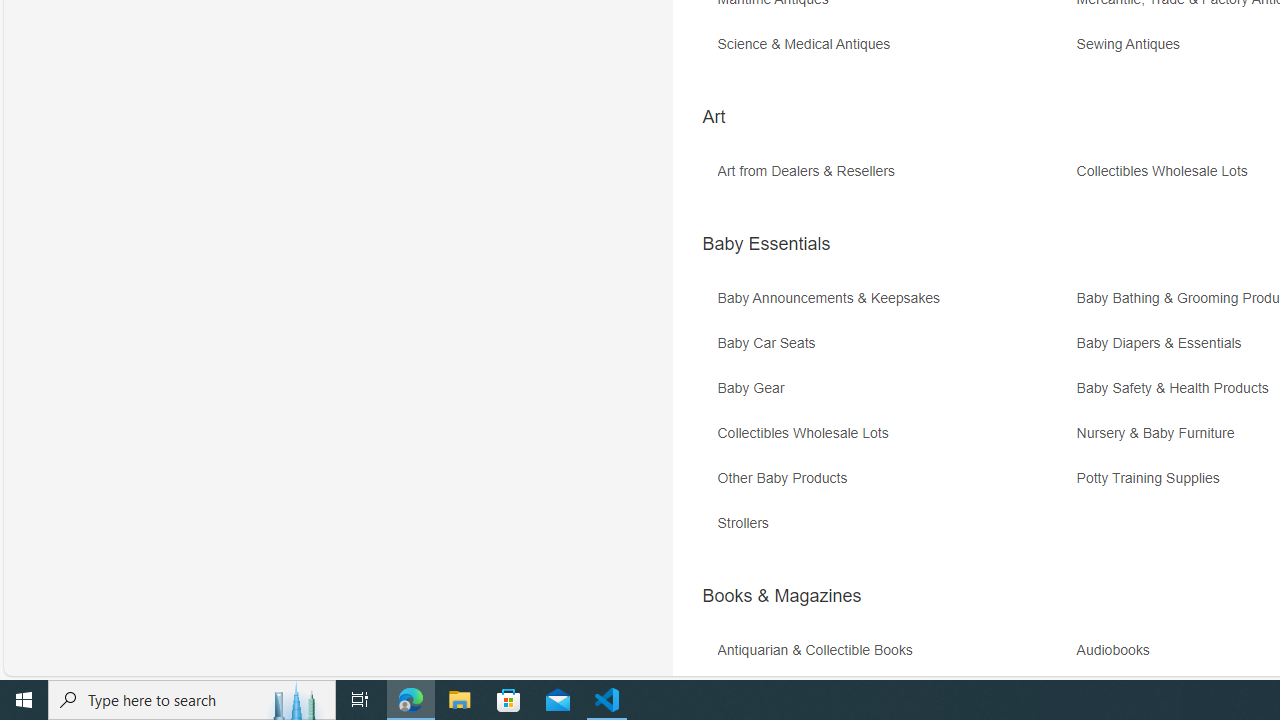  I want to click on 'Other Baby Products', so click(893, 485).